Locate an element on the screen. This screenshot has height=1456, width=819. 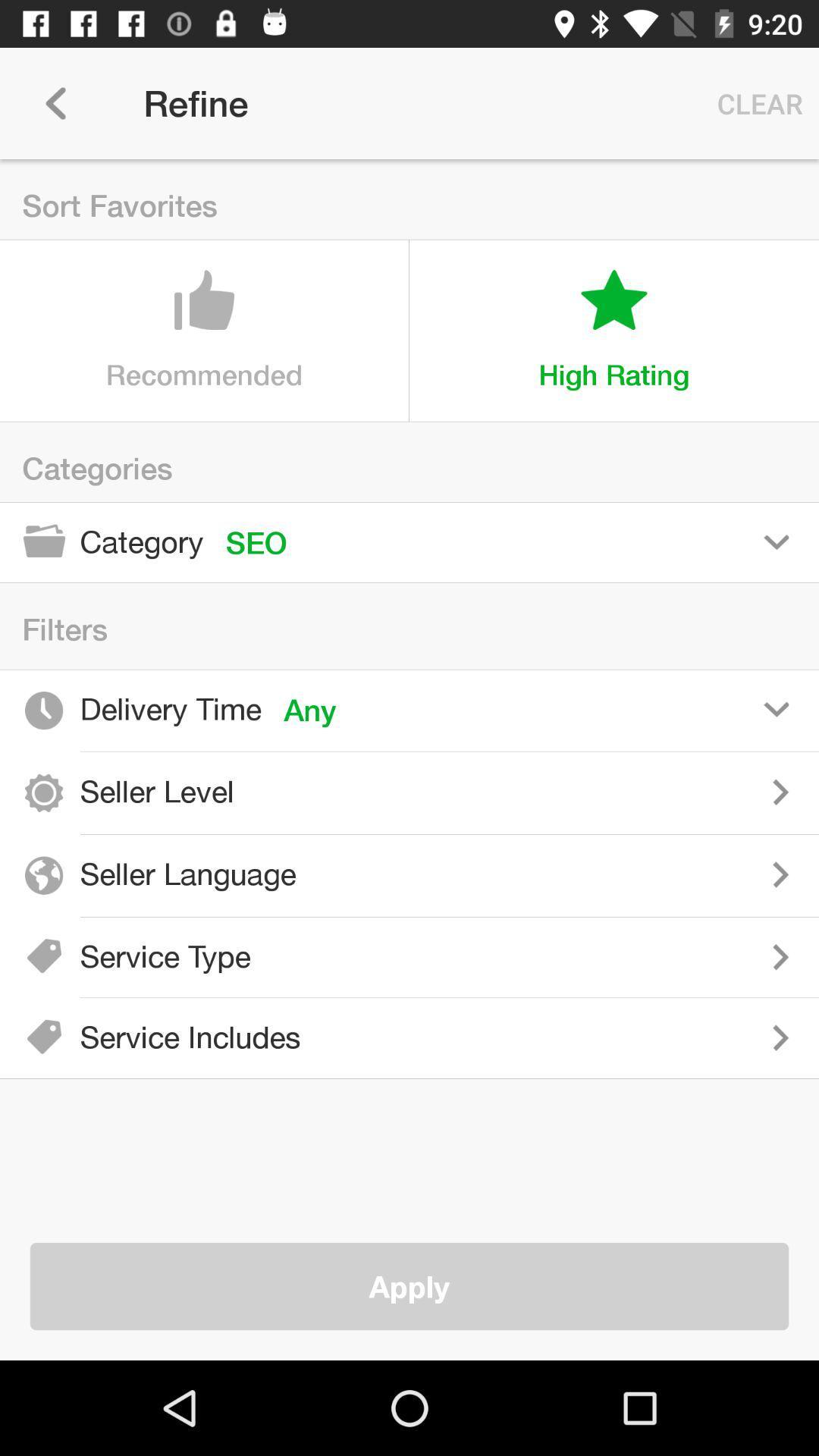
included in service is located at coordinates (570, 1037).